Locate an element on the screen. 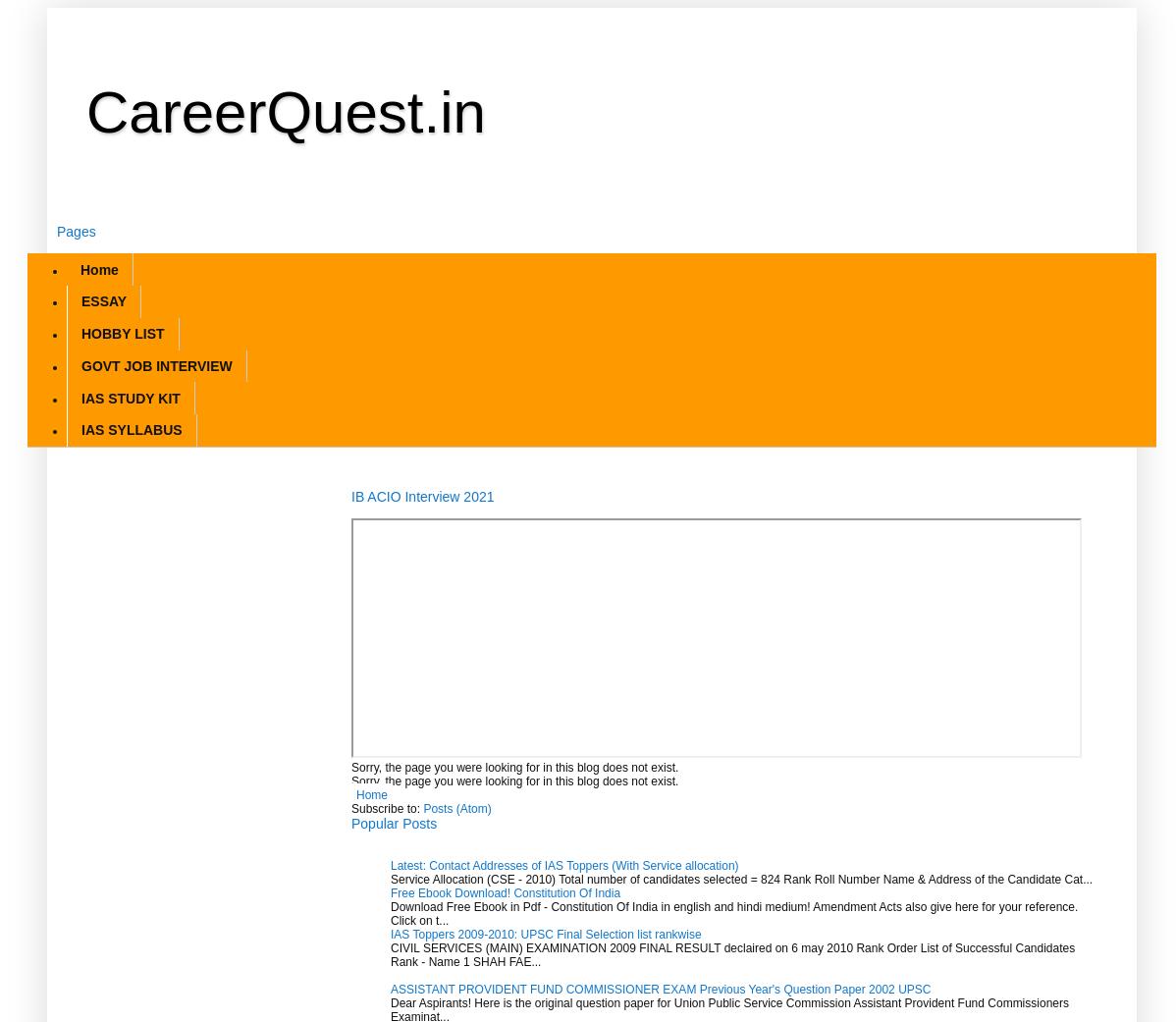  'HOBBY LIST' is located at coordinates (121, 333).